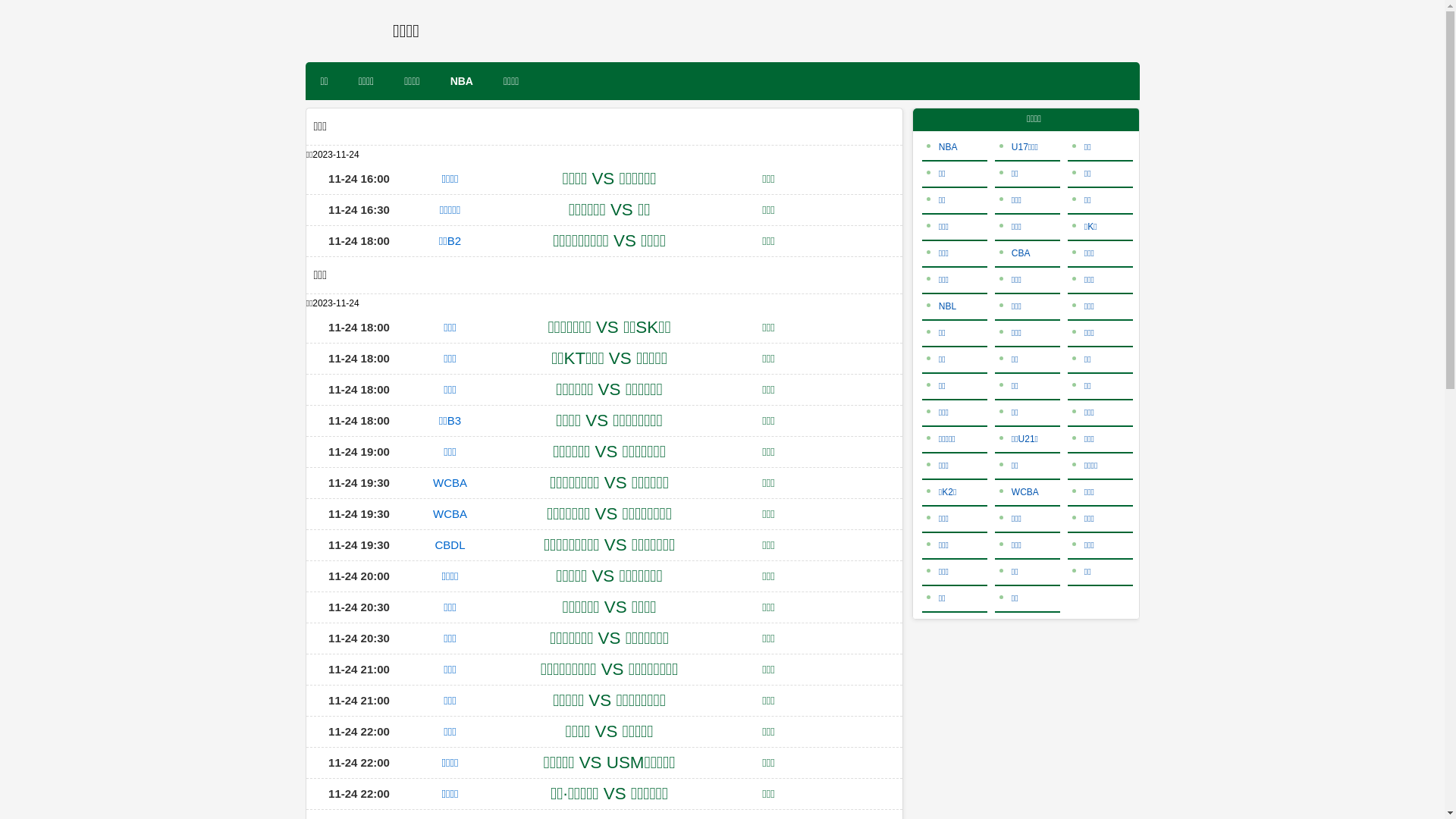  Describe the element at coordinates (449, 544) in the screenshot. I see `'CBDL'` at that location.